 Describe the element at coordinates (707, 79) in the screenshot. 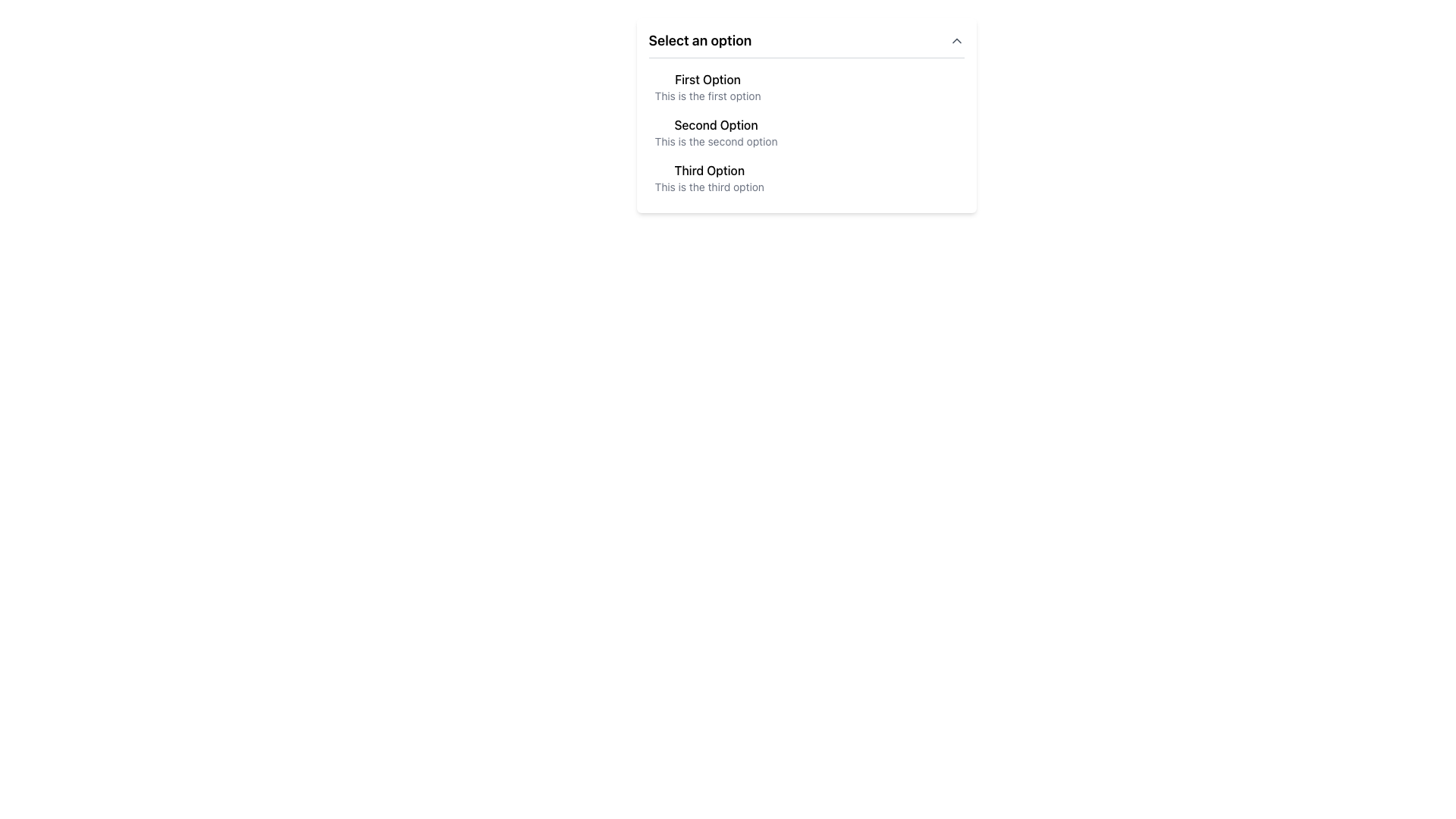

I see `text label element that indicates the first choice in the dropdown menu labeled 'Select an option', positioned above 'This is the first option'` at that location.